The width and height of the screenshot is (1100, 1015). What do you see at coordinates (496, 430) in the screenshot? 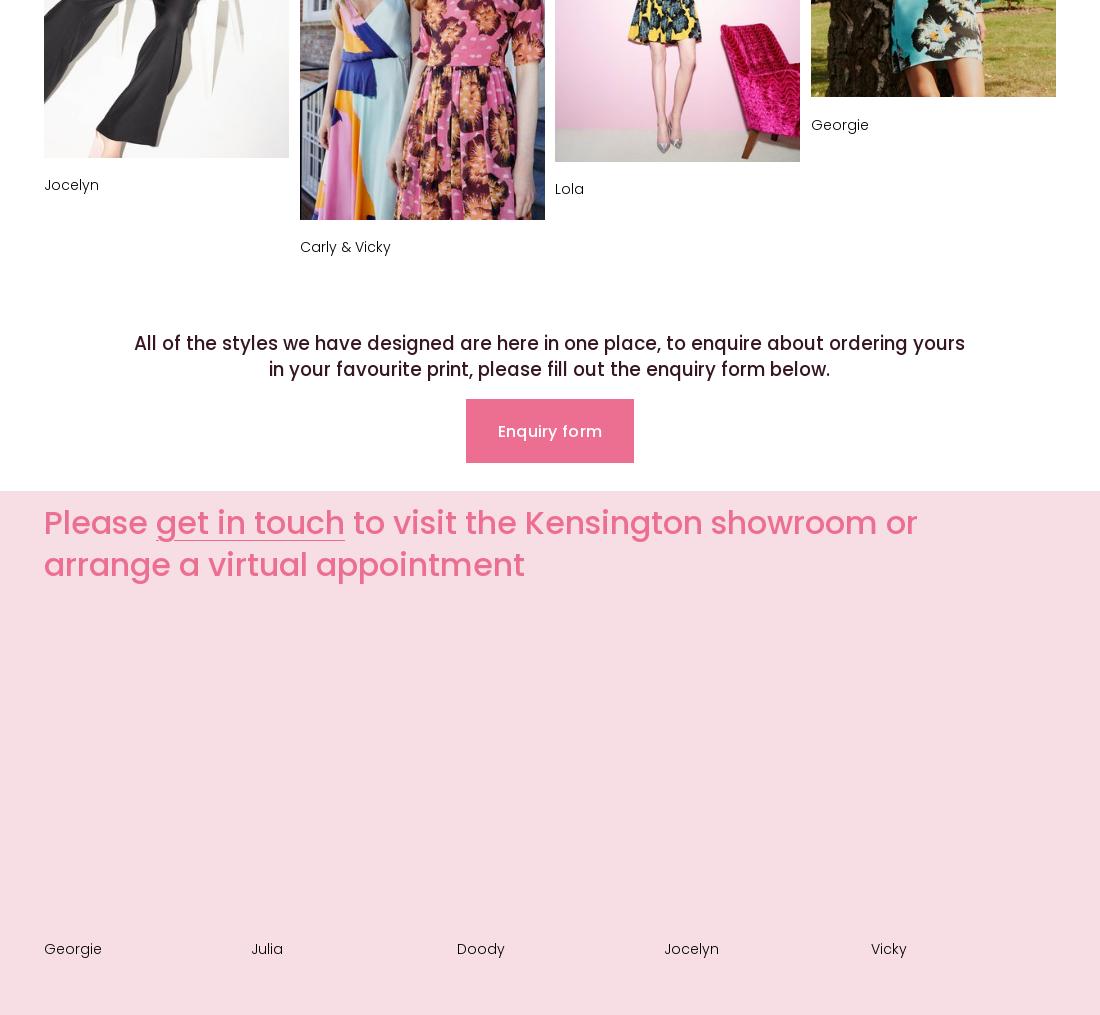
I see `'Enquiry form'` at bounding box center [496, 430].